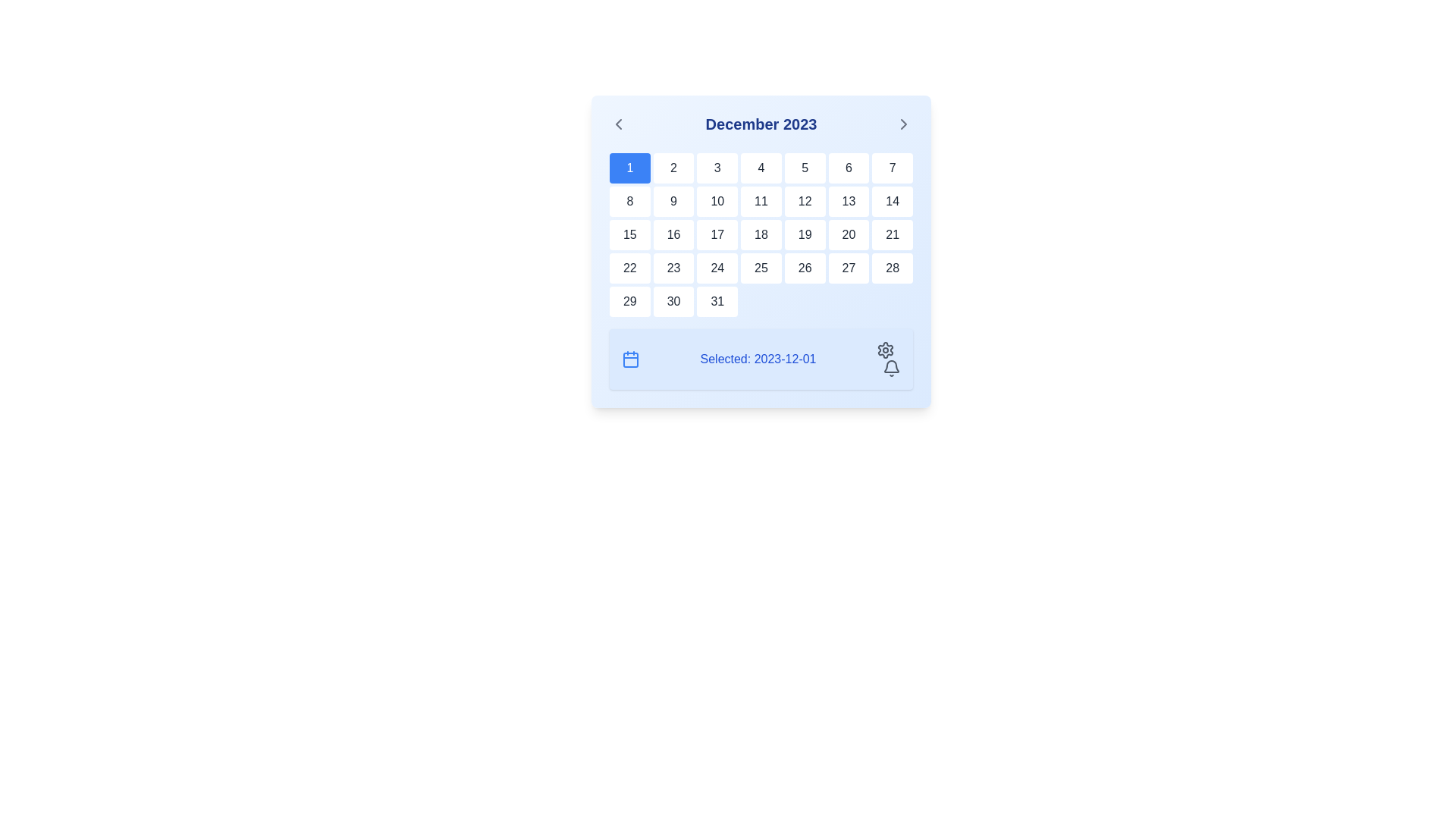  Describe the element at coordinates (761, 124) in the screenshot. I see `the title text indicating the currently viewed month and year in the calendar interface, located in the upper-central part of the calendar` at that location.